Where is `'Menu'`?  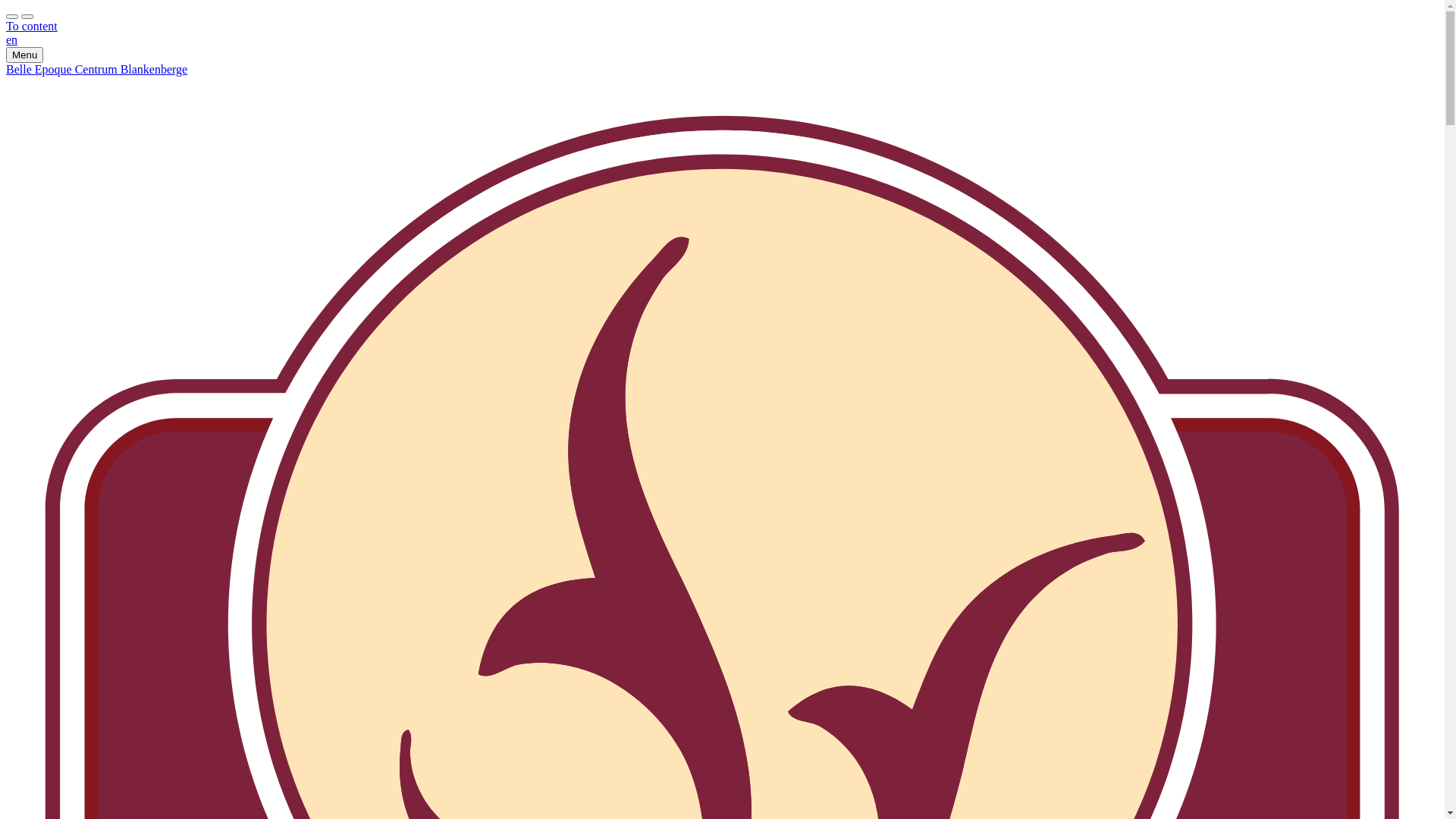 'Menu' is located at coordinates (24, 54).